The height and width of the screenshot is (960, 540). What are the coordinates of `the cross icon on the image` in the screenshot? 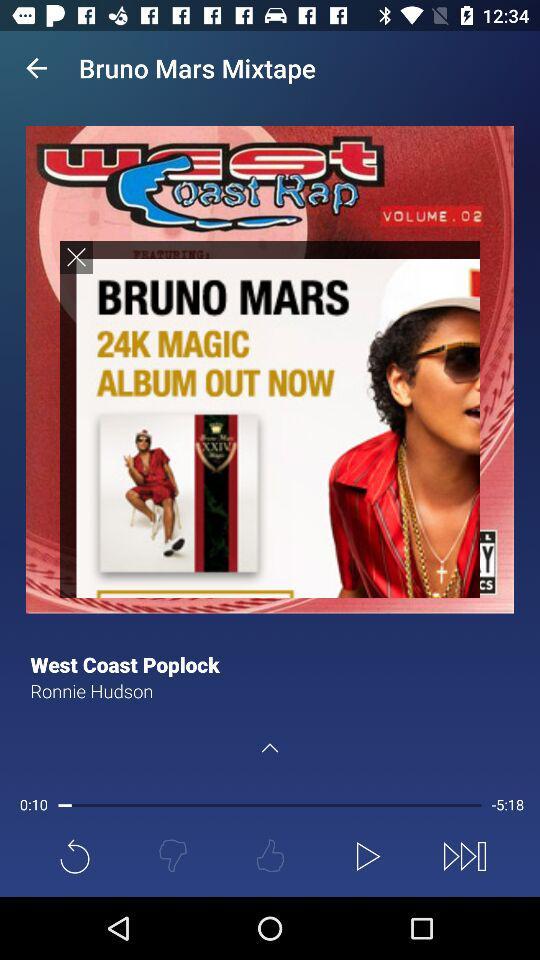 It's located at (75, 256).